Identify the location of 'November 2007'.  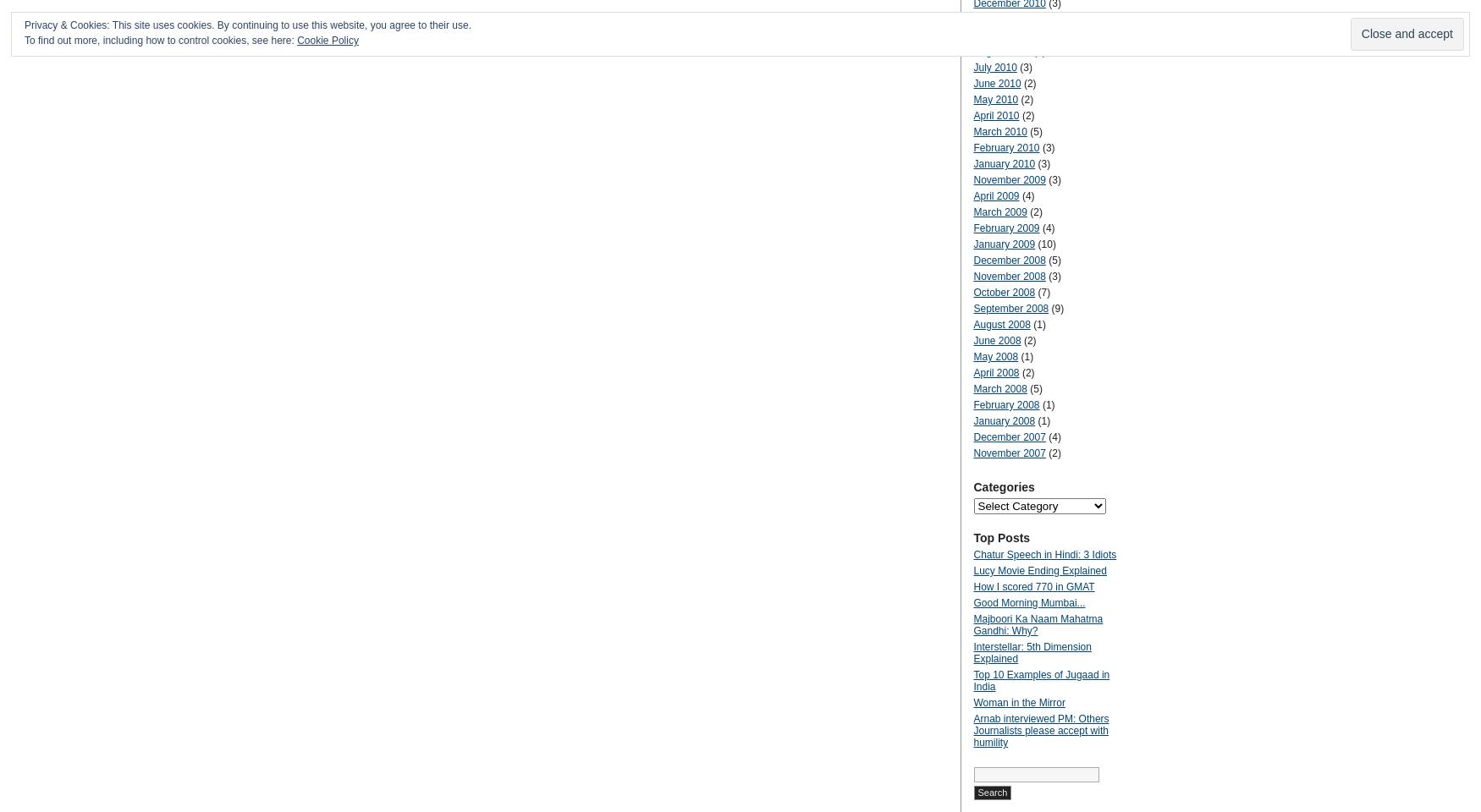
(1009, 452).